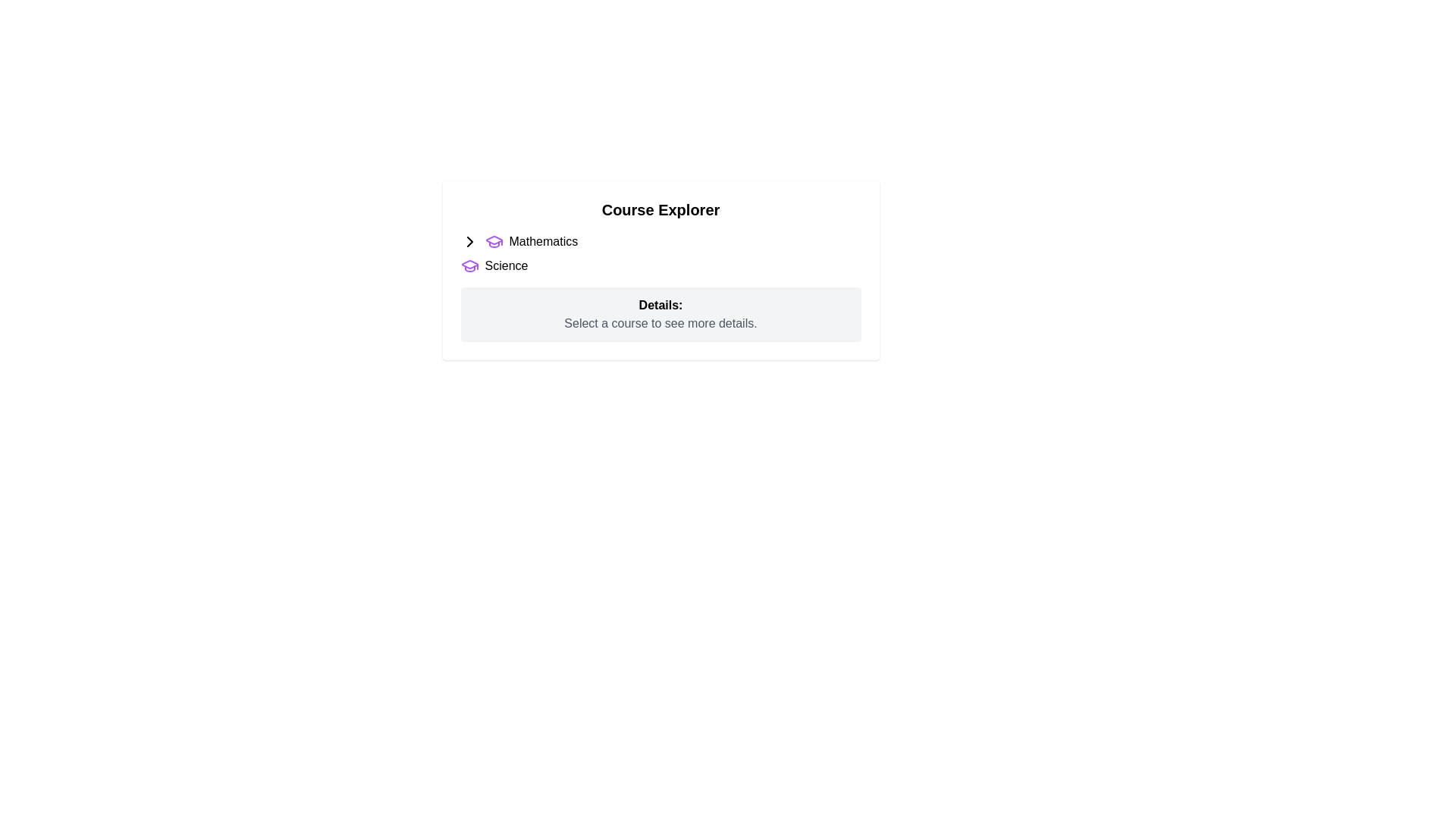 The image size is (1456, 819). Describe the element at coordinates (469, 265) in the screenshot. I see `the educational icon representing the 'Science' section, which is located to the left of the text 'Science' and is vertically aligned with it` at that location.